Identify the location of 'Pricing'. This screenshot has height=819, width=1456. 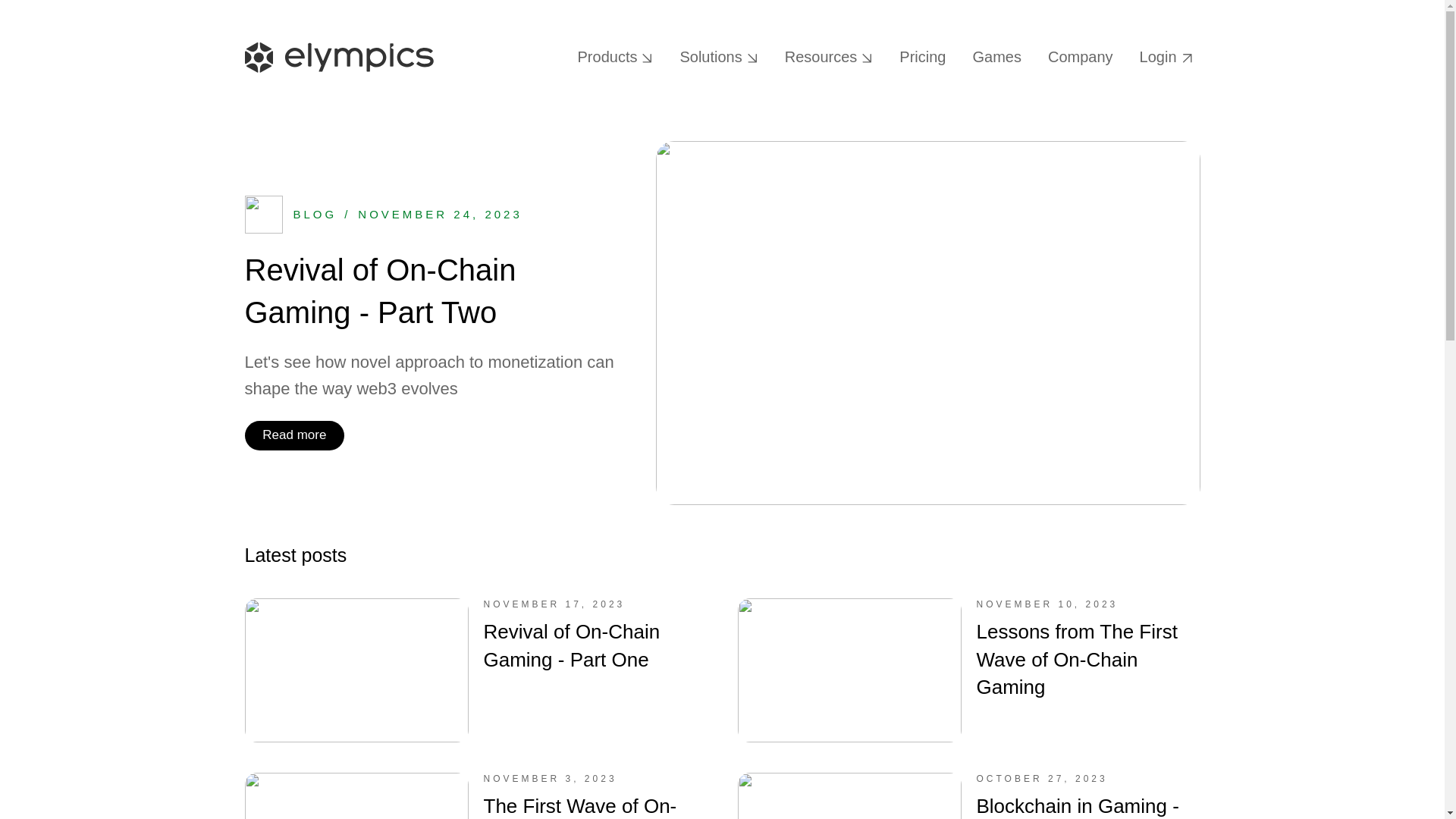
(892, 56).